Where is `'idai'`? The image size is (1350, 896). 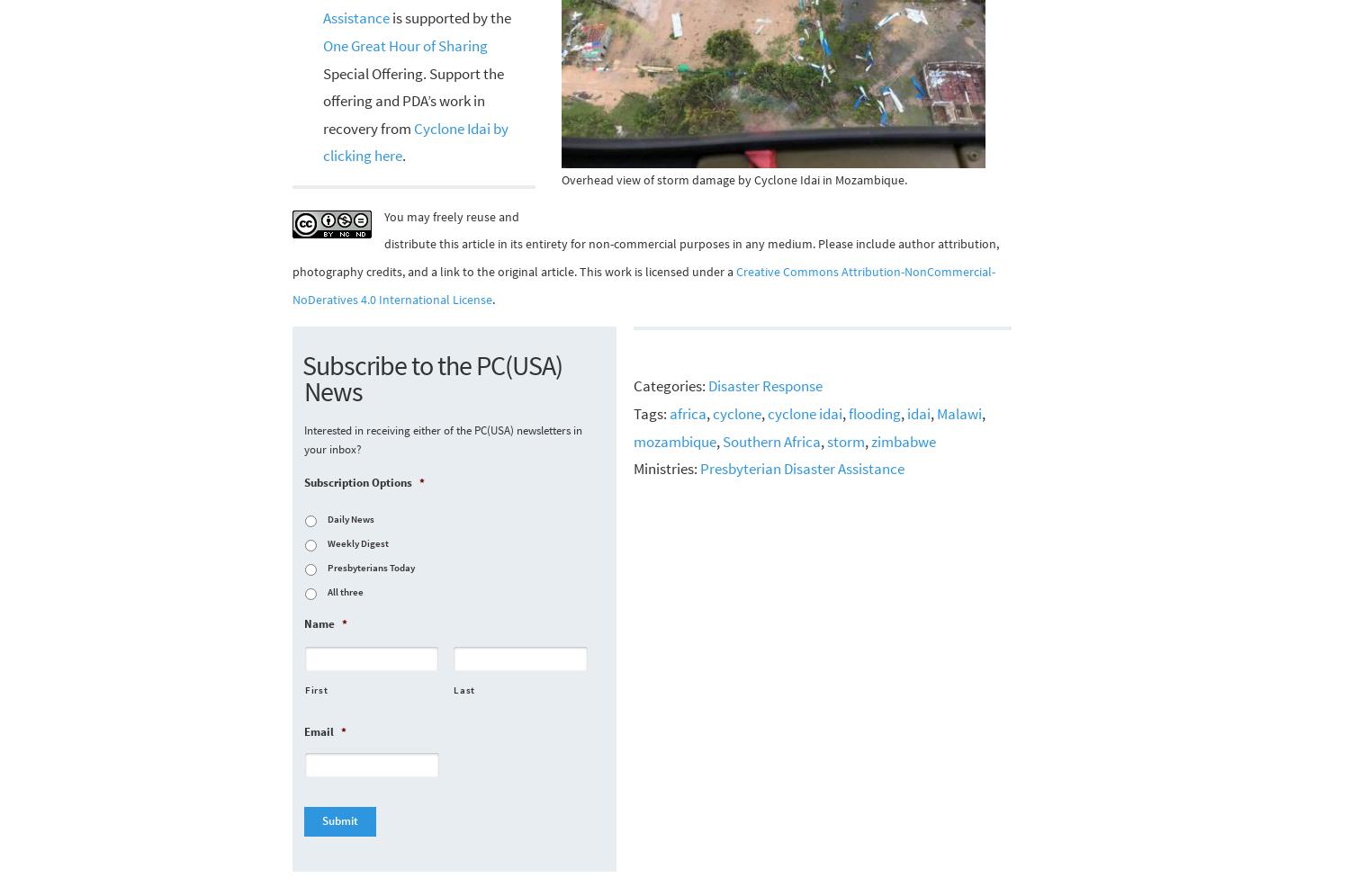 'idai' is located at coordinates (918, 412).